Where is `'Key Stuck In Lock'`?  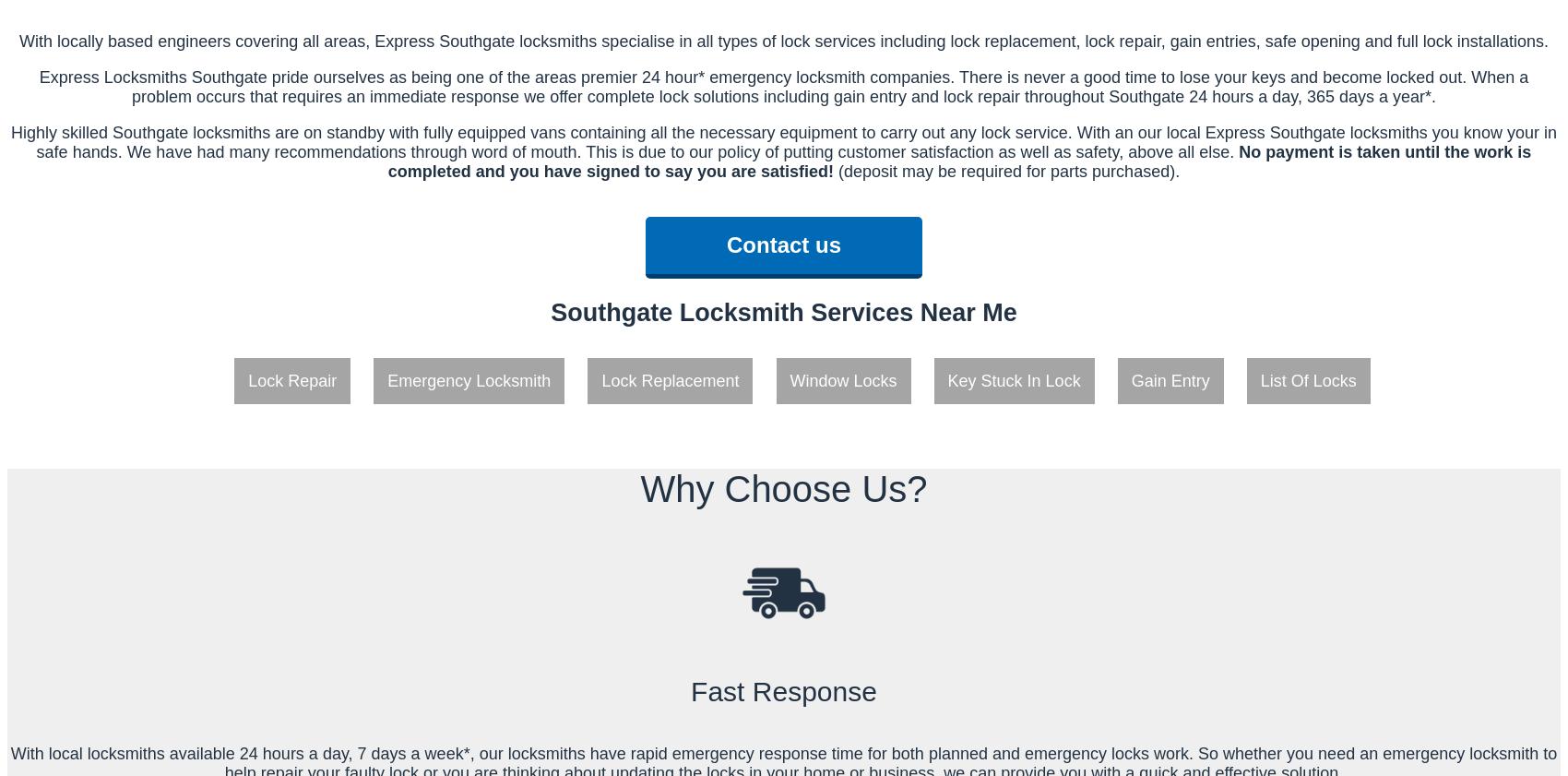 'Key Stuck In Lock' is located at coordinates (945, 379).